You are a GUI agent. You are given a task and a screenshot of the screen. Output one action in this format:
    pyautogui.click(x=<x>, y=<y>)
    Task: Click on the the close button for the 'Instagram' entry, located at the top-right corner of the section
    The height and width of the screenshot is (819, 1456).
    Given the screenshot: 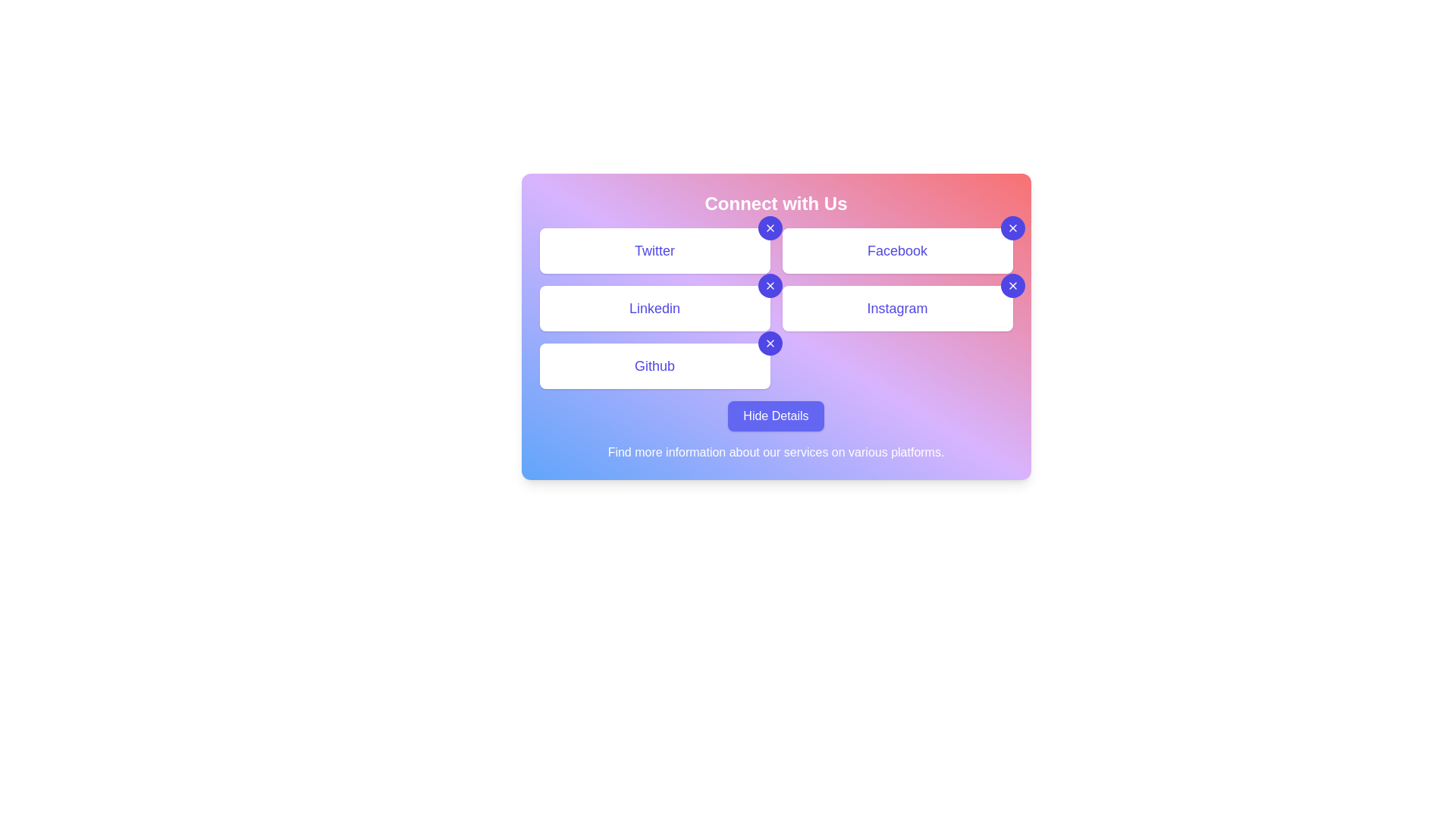 What is the action you would take?
    pyautogui.click(x=1012, y=286)
    